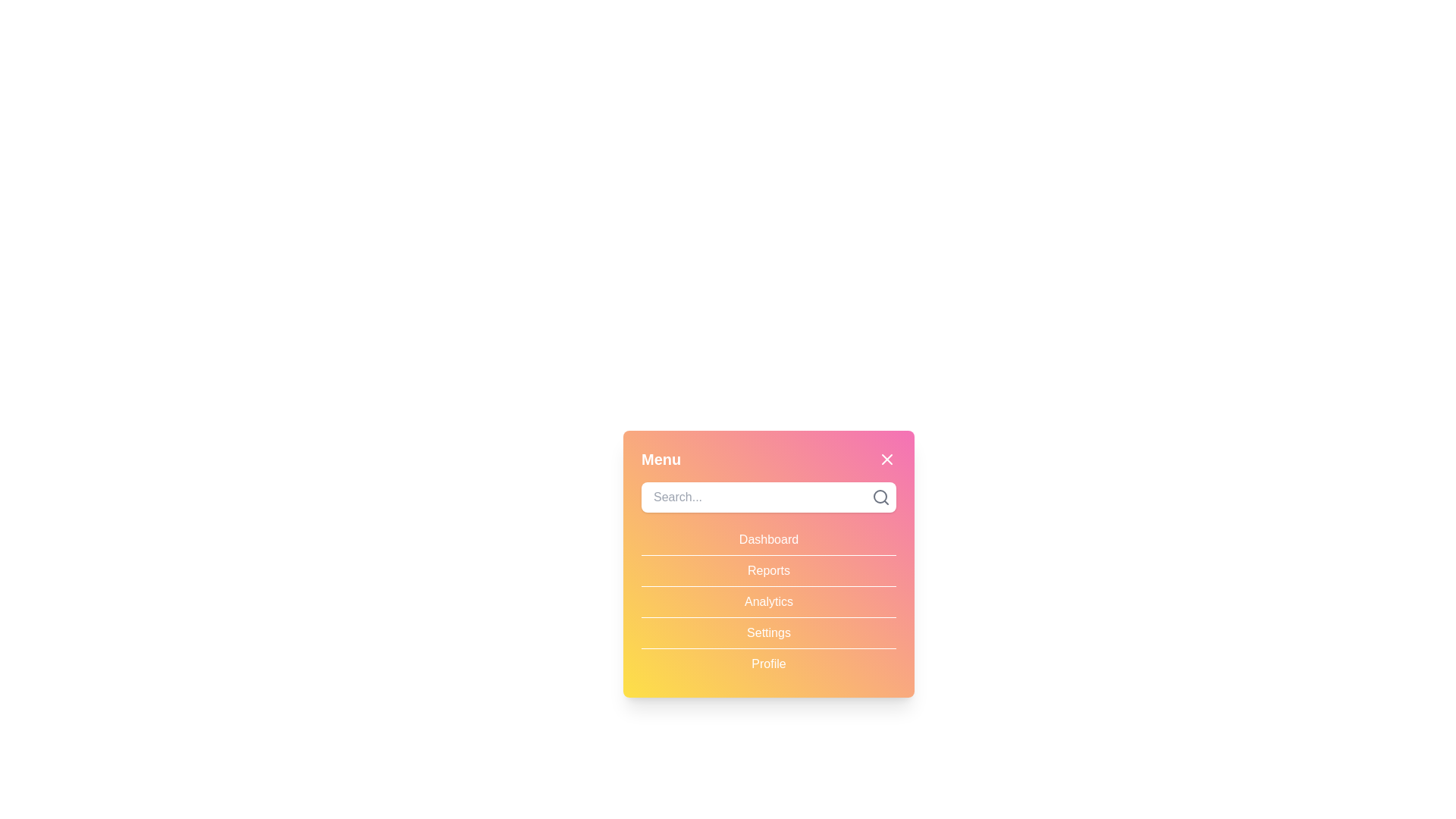  What do you see at coordinates (887, 458) in the screenshot?
I see `the 'X' icon button to toggle the menu visibility` at bounding box center [887, 458].